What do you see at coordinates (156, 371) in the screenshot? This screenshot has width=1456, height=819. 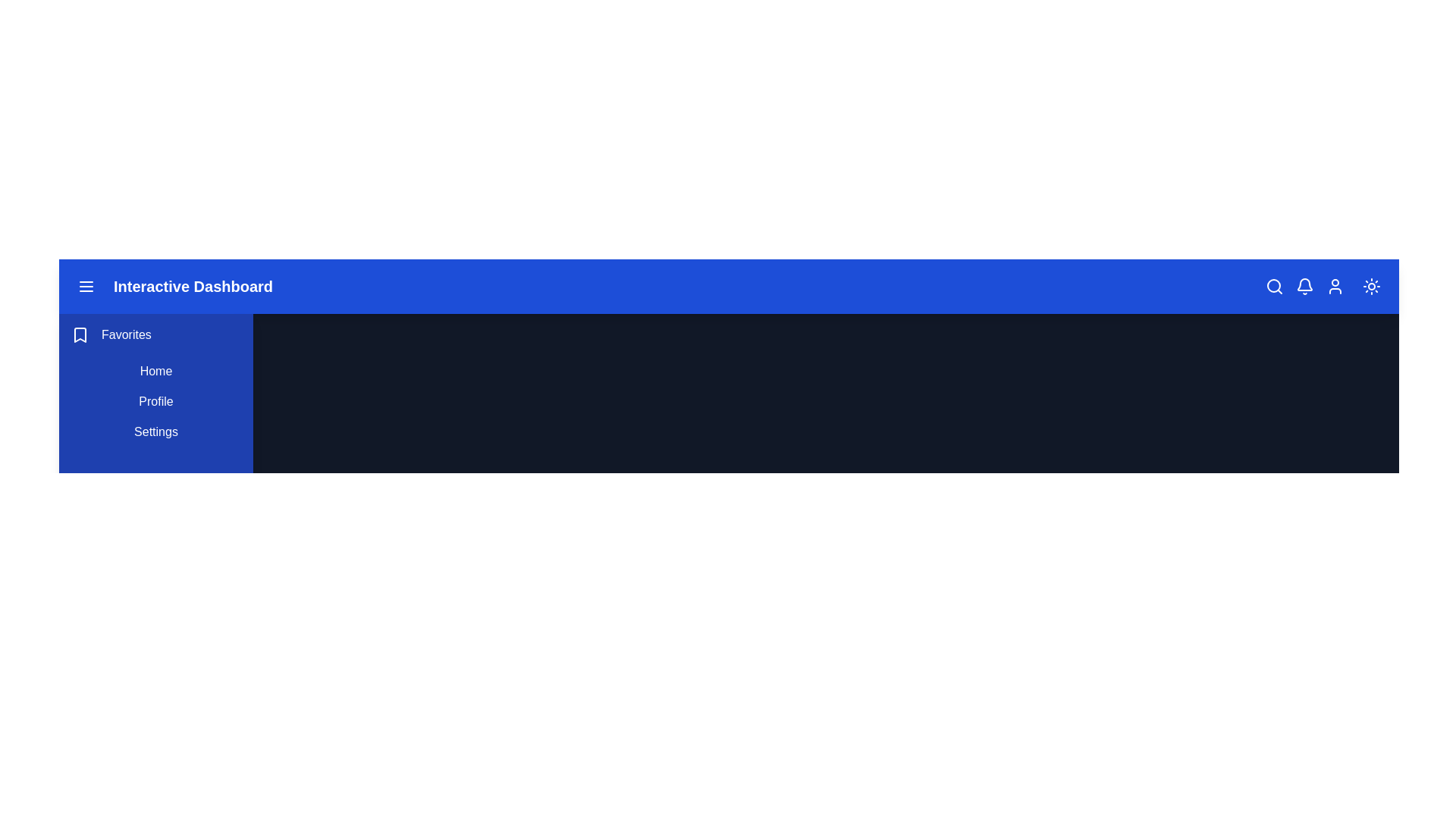 I see `the 'Home' menu item in the sidebar to navigate to the Home section` at bounding box center [156, 371].